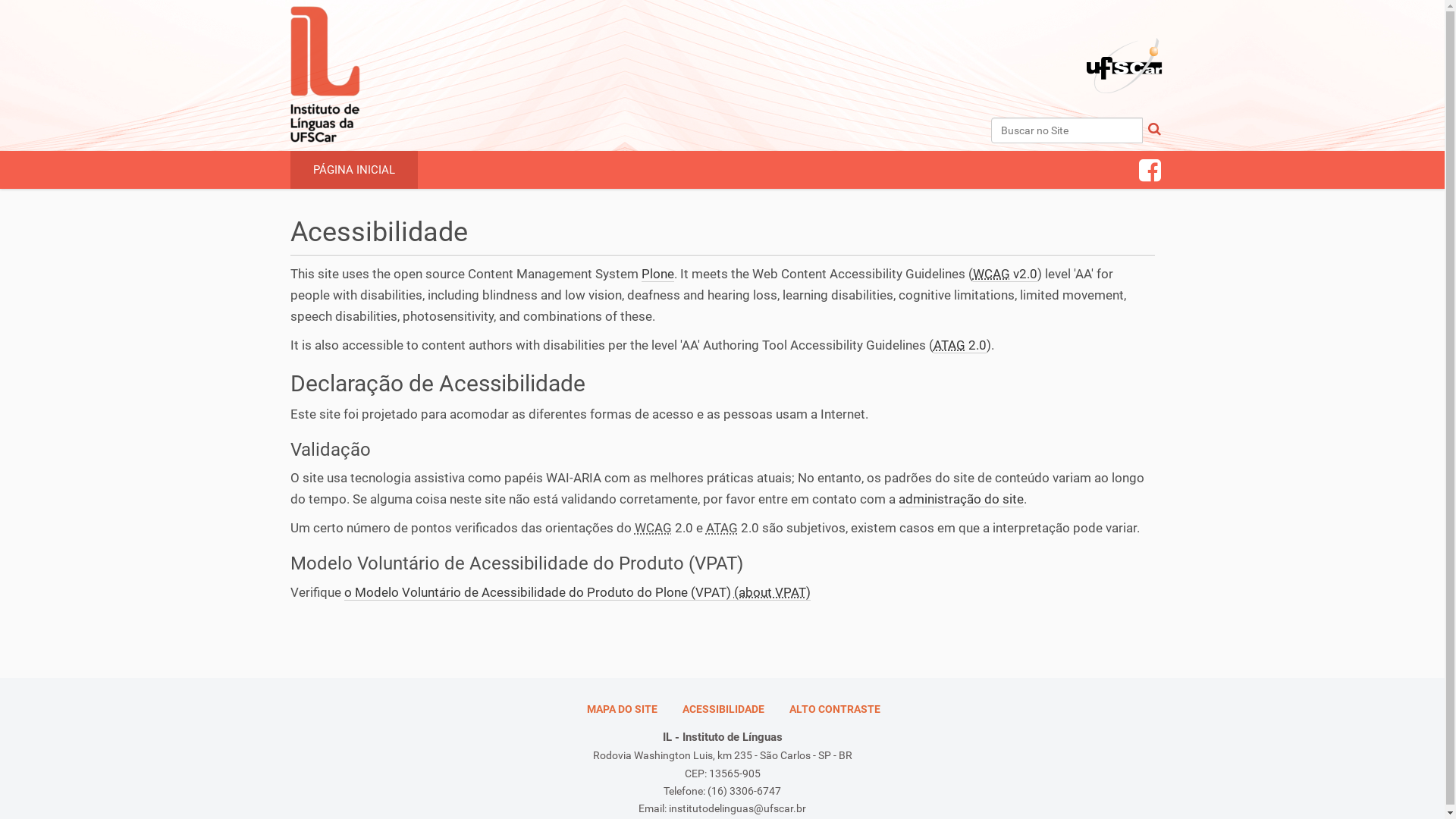 This screenshot has height=819, width=1456. Describe the element at coordinates (723, 708) in the screenshot. I see `'ACESSIBILIDADE'` at that location.